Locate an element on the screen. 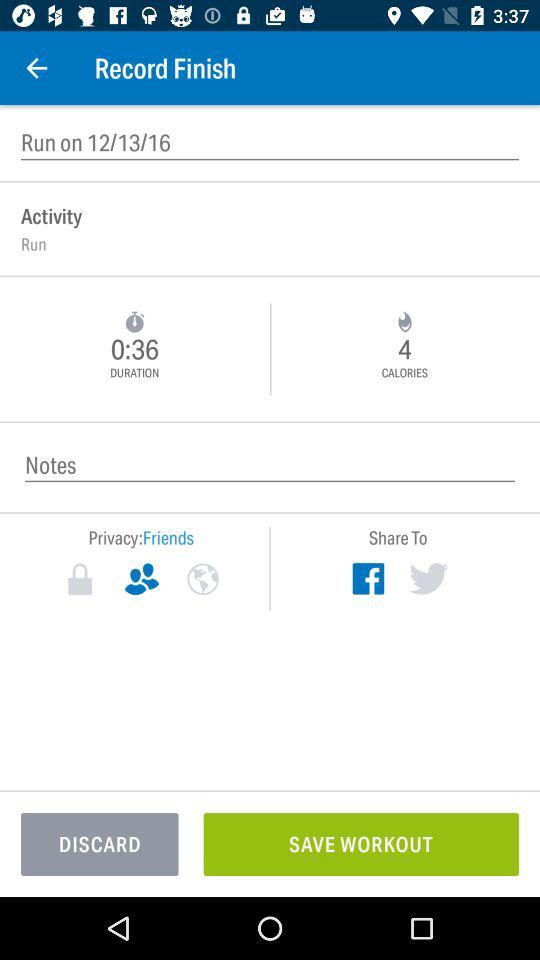 The width and height of the screenshot is (540, 960). the item below the friends is located at coordinates (202, 579).